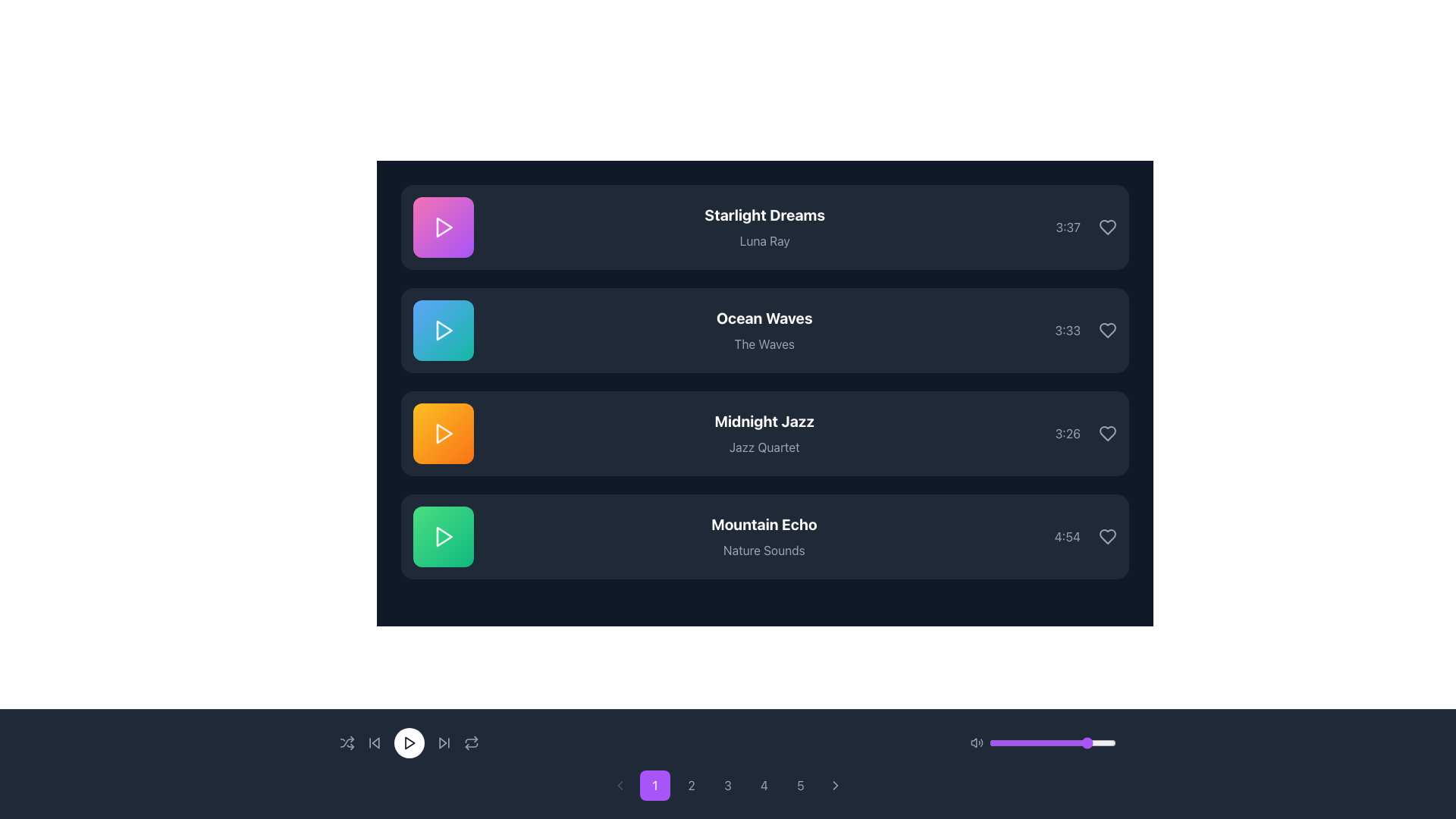  I want to click on the heart button for the music track 'Starlight Dreams', so click(1107, 227).